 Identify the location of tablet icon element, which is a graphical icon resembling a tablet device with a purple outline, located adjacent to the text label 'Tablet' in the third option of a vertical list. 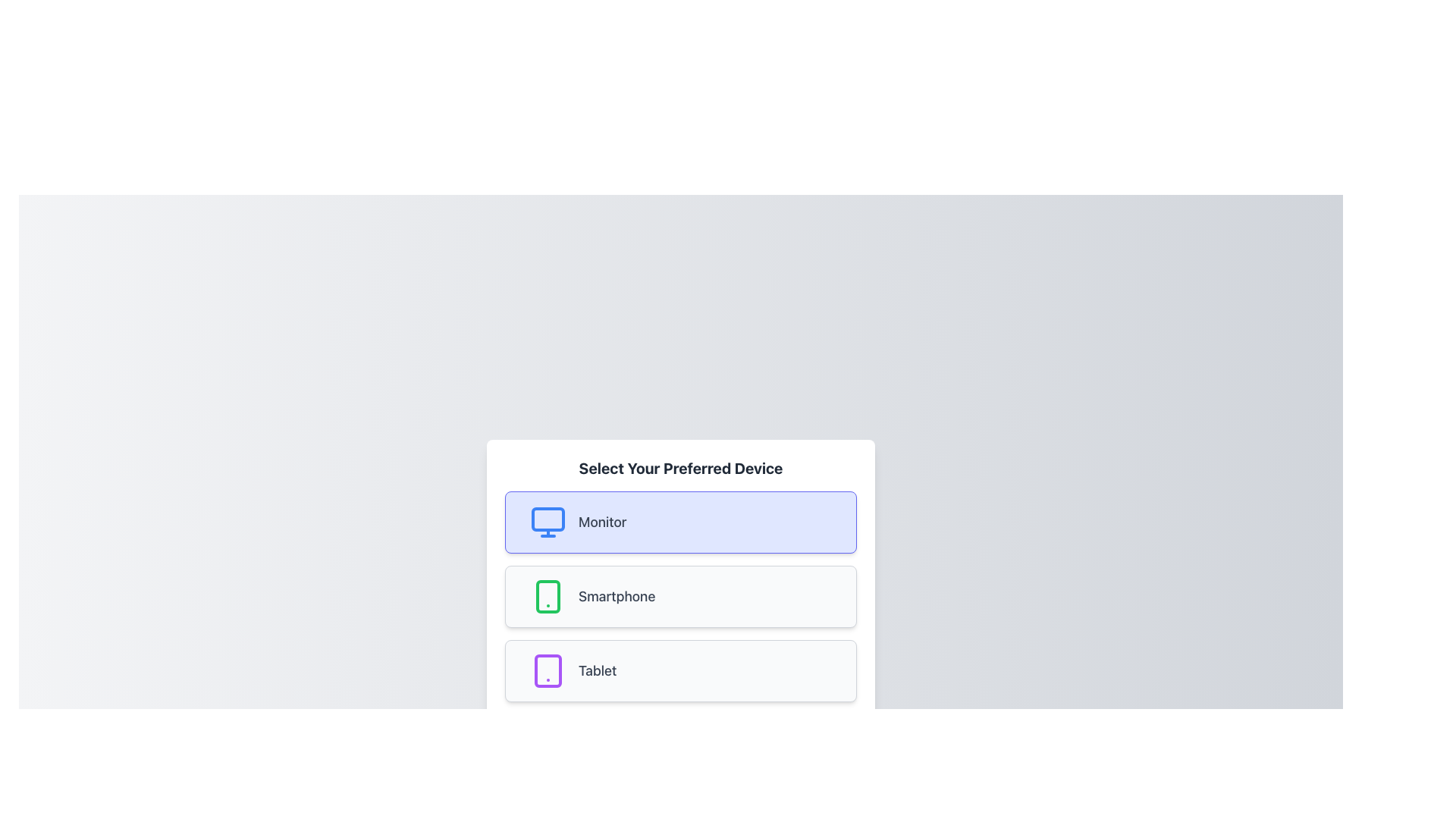
(548, 670).